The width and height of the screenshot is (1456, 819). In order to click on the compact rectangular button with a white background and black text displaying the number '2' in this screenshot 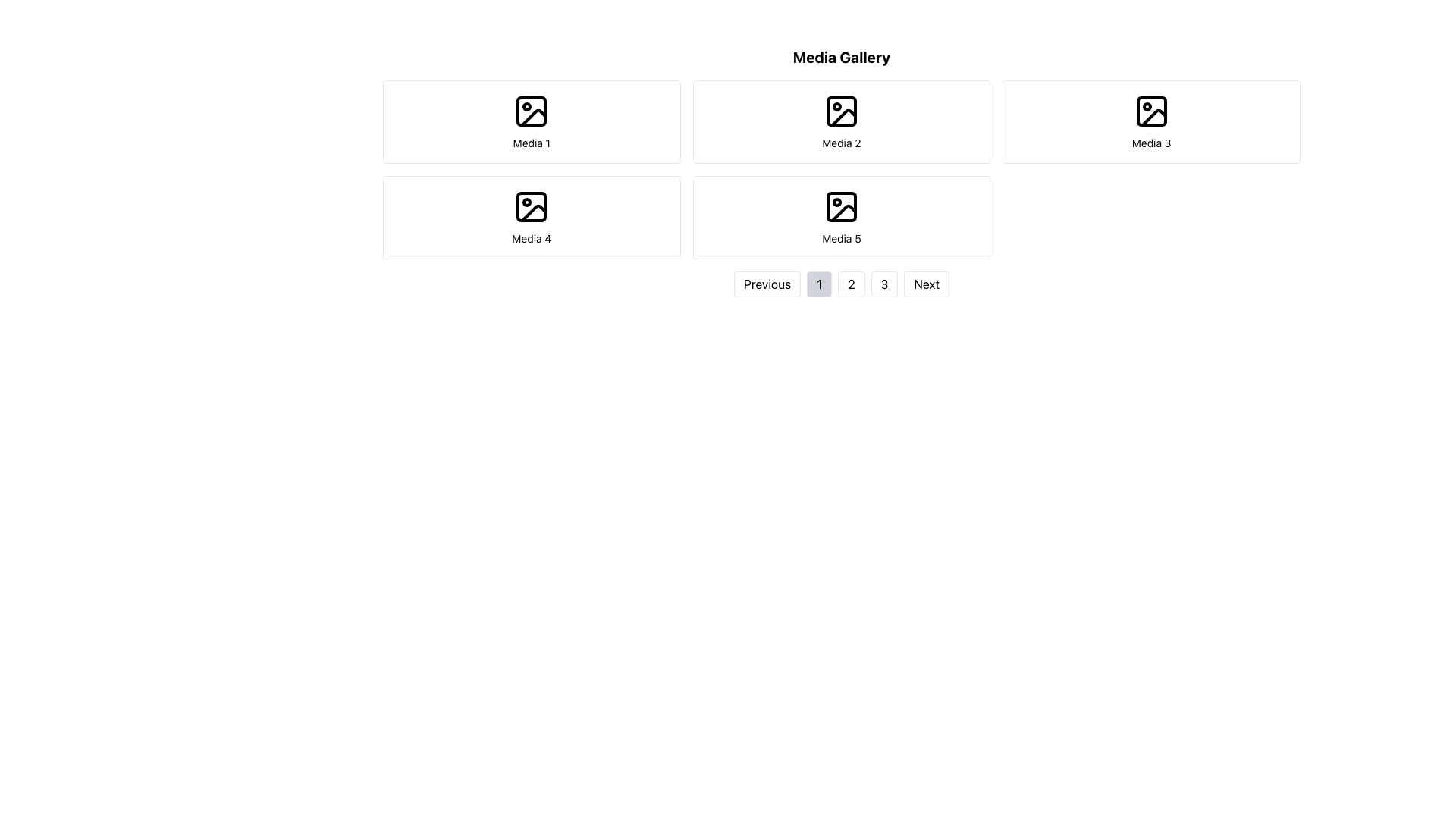, I will do `click(852, 284)`.